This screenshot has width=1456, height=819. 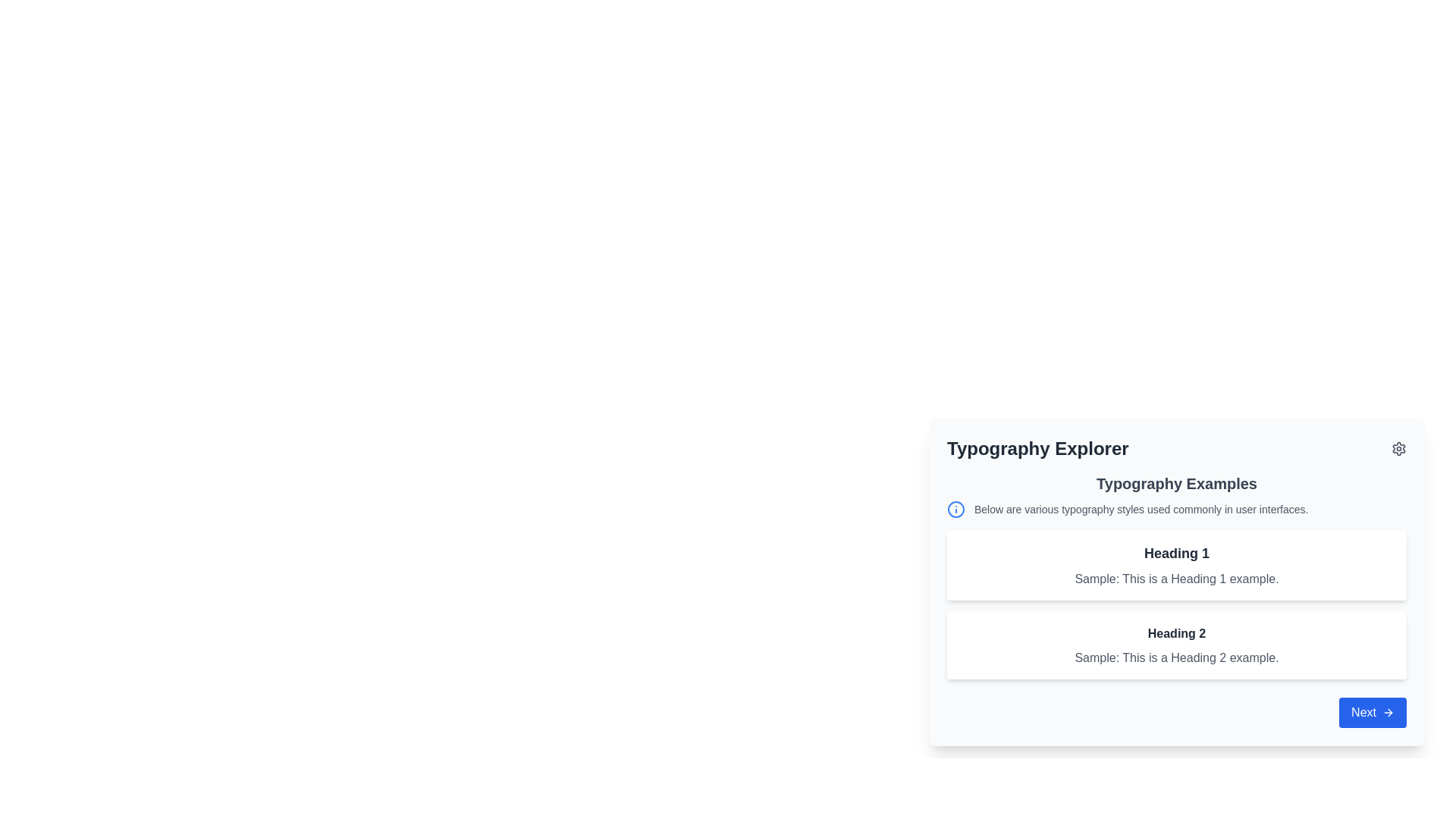 I want to click on the small circular blue outline information icon featuring a lowercase 'i' symbol, located at the leftmost side of the text and icons group describing typography styles, so click(x=955, y=509).